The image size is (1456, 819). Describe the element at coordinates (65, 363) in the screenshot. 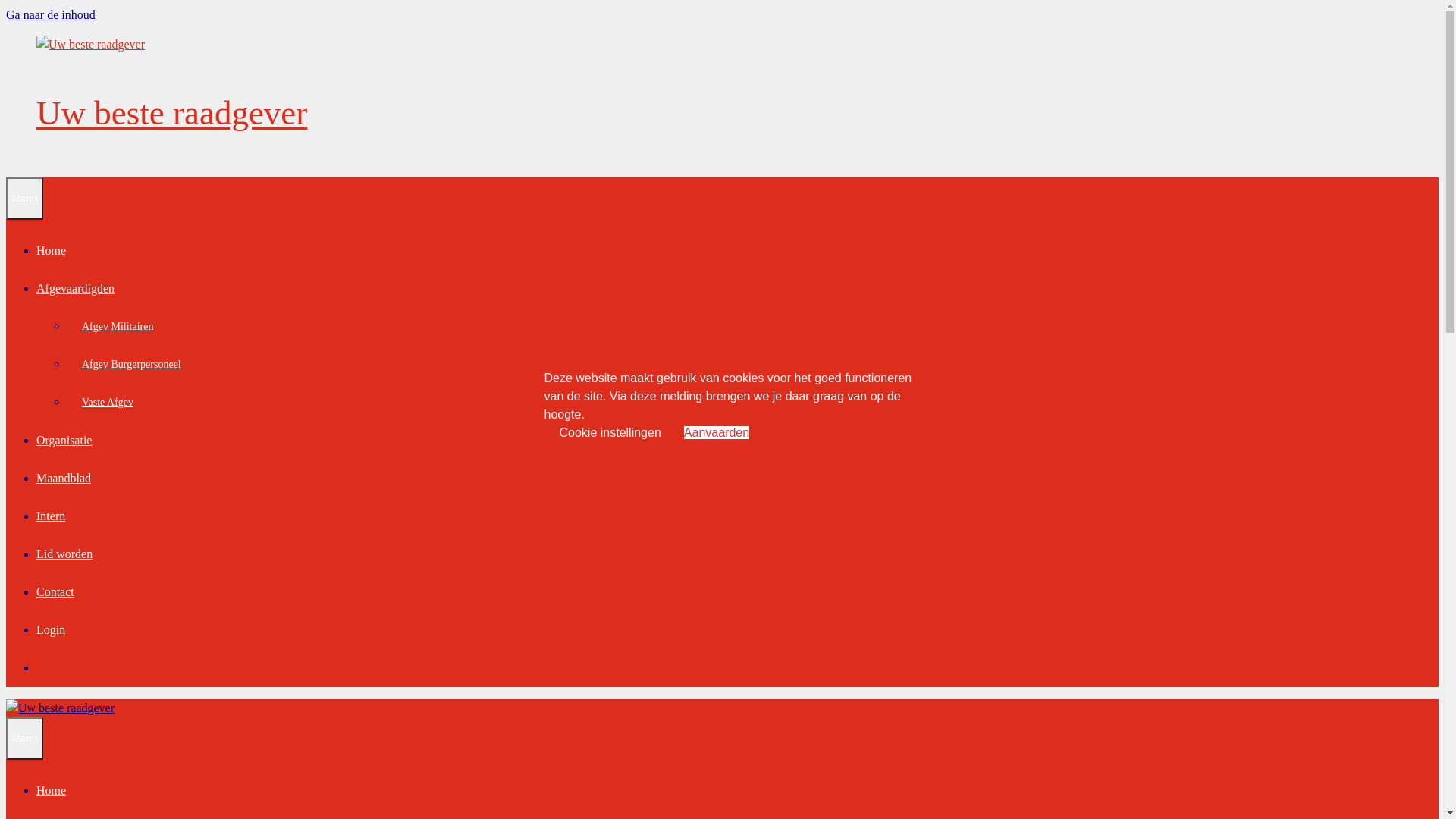

I see `'Afgev Burgerpersoneel'` at that location.